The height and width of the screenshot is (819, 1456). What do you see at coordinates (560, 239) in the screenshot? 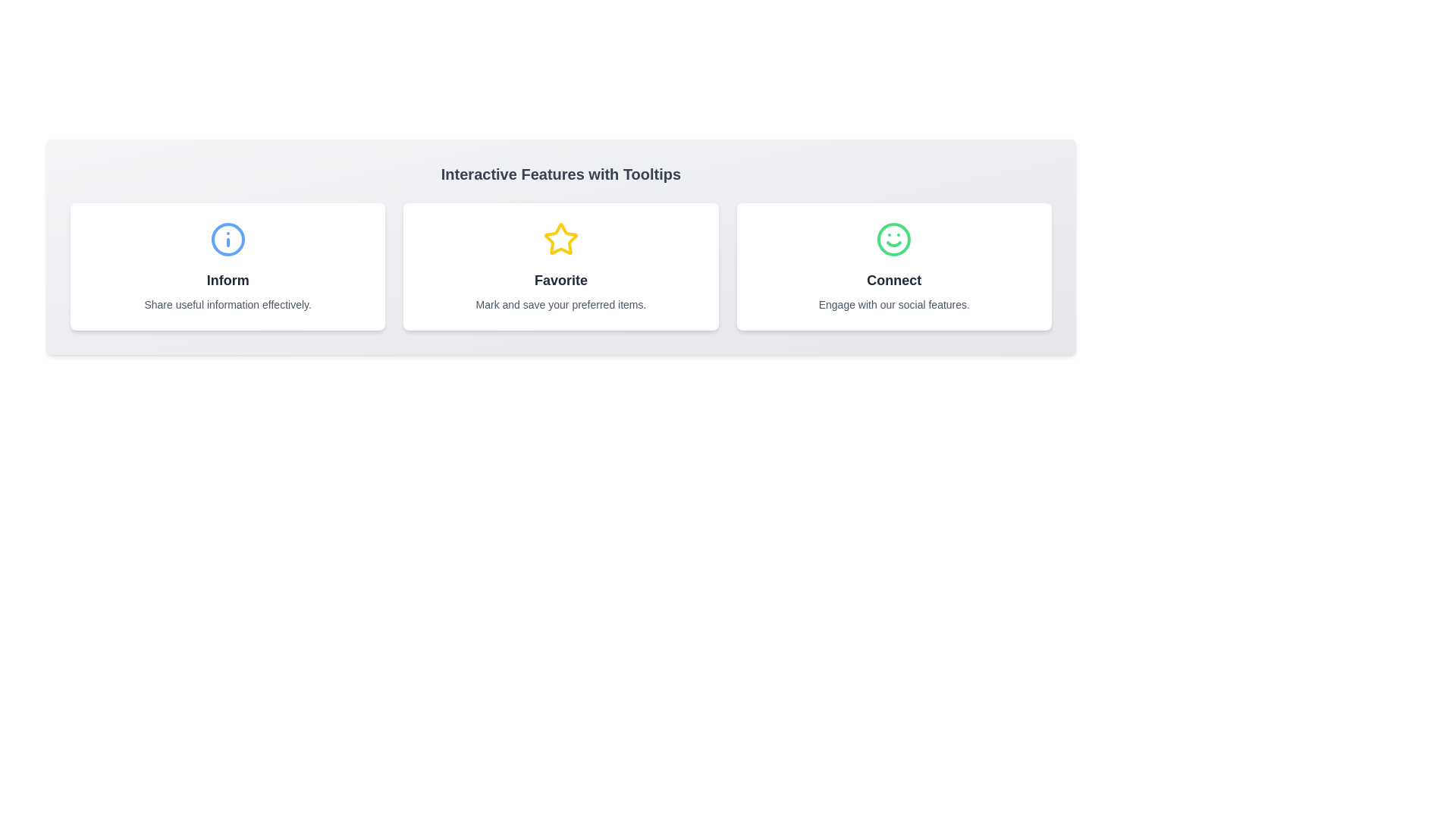
I see `the yellow star icon outlined in black, located in the middle column of the 'Favorite' card, positioned above the 'Favorite' text` at bounding box center [560, 239].